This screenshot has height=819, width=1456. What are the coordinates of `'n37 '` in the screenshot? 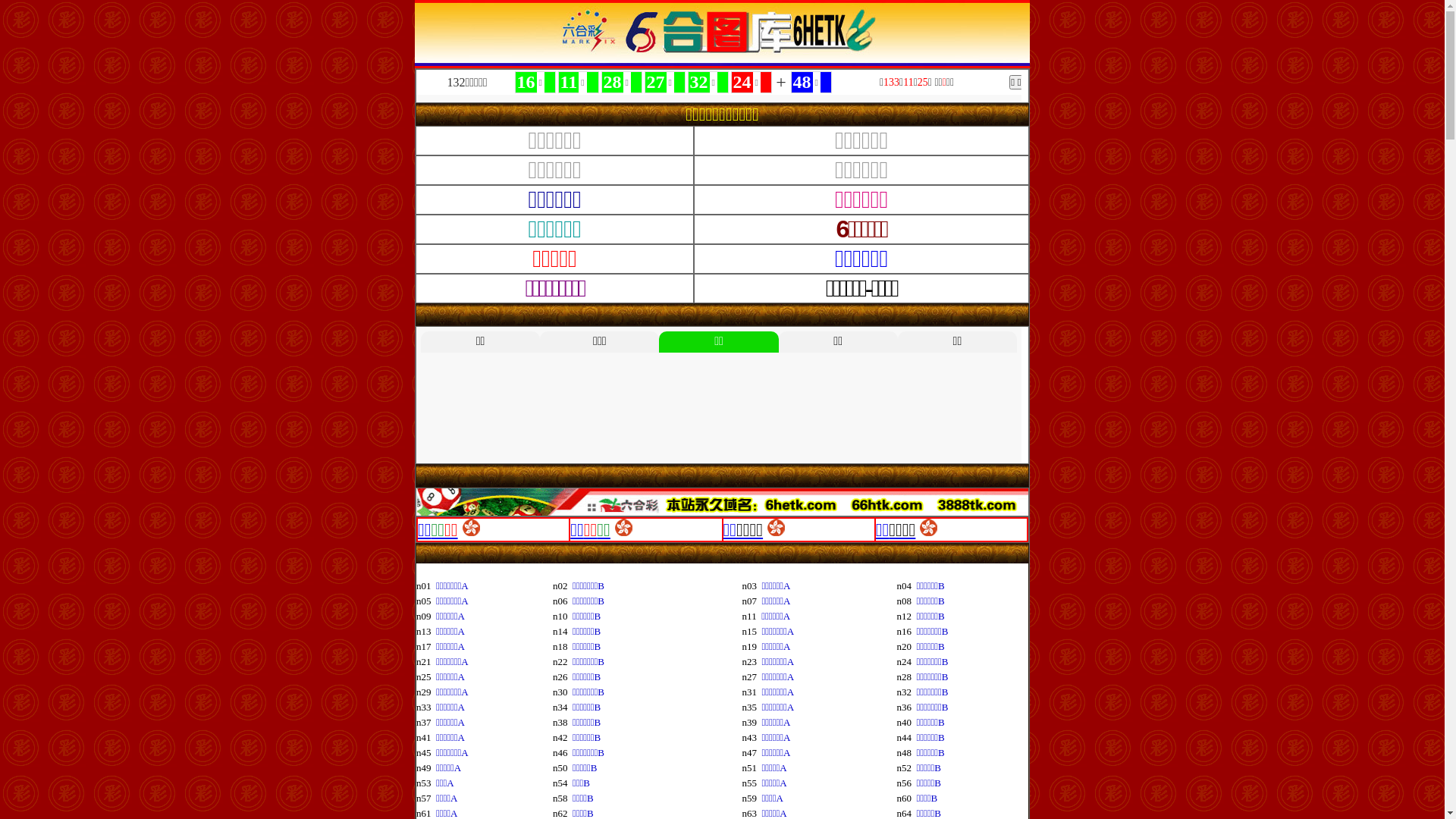 It's located at (425, 721).